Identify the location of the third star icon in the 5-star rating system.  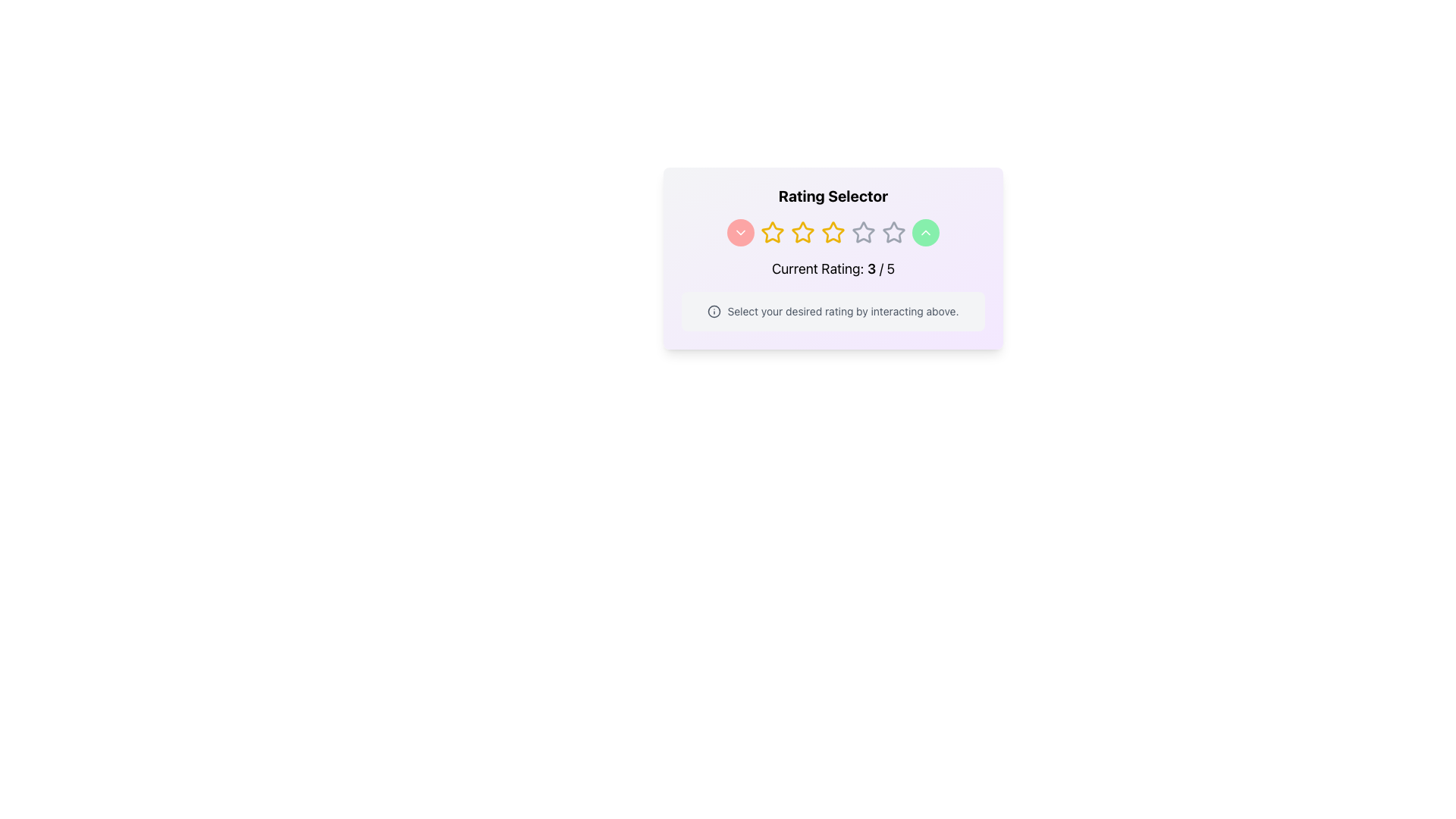
(802, 233).